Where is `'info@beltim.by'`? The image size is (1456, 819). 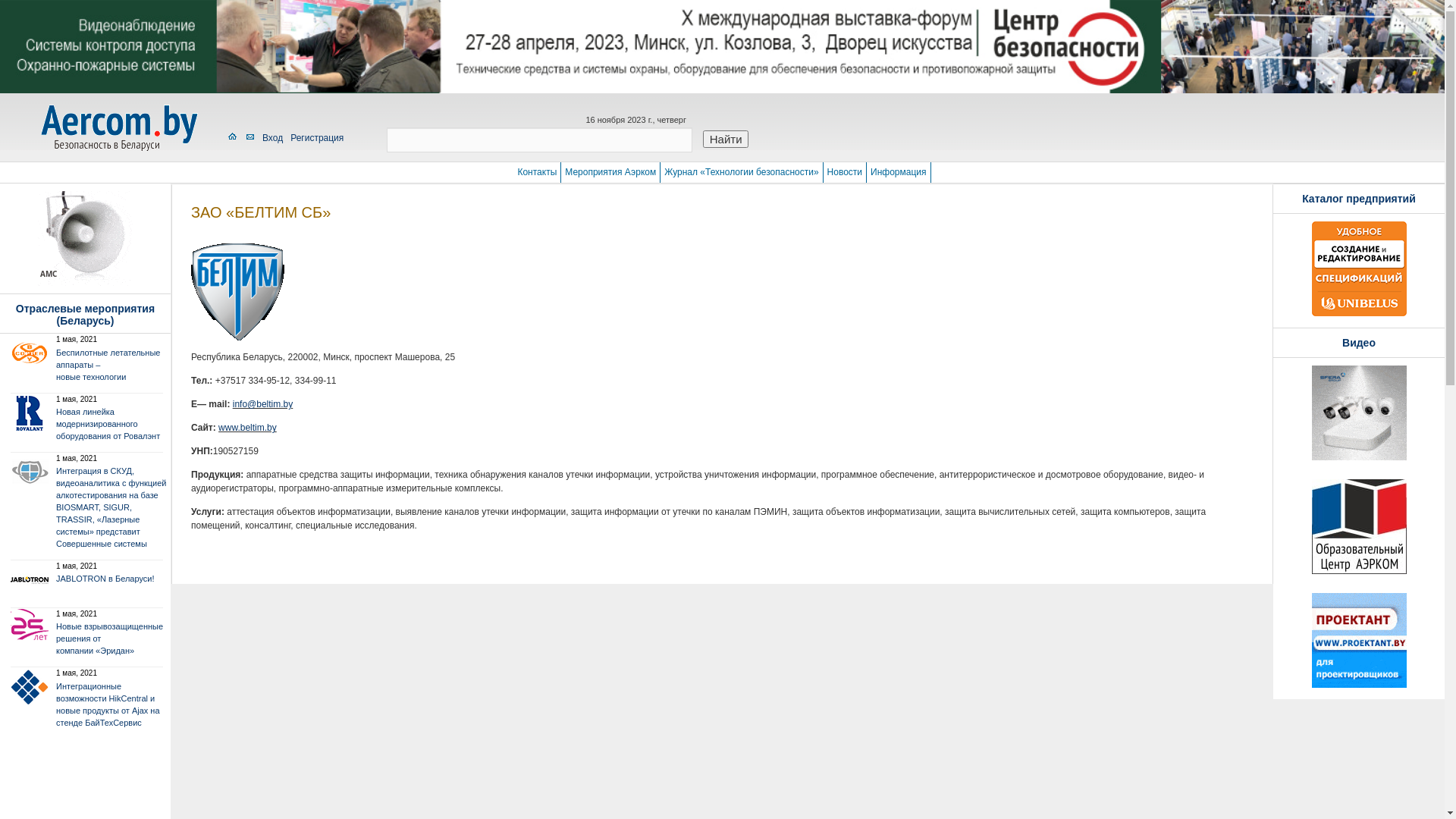 'info@beltim.by' is located at coordinates (232, 403).